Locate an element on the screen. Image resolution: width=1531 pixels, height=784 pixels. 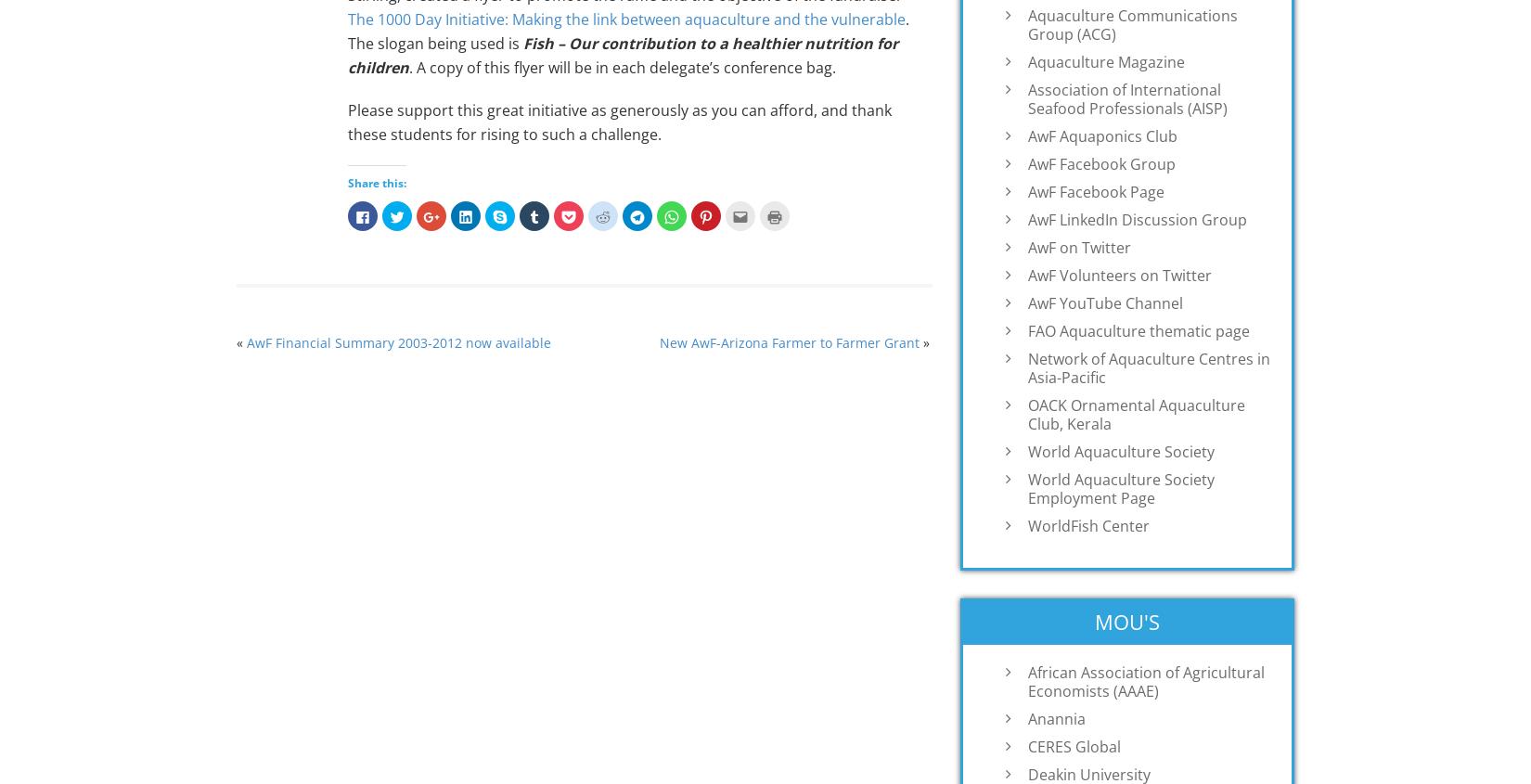
'New AwF-Arizona Farmer to Farmer Grant' is located at coordinates (657, 341).